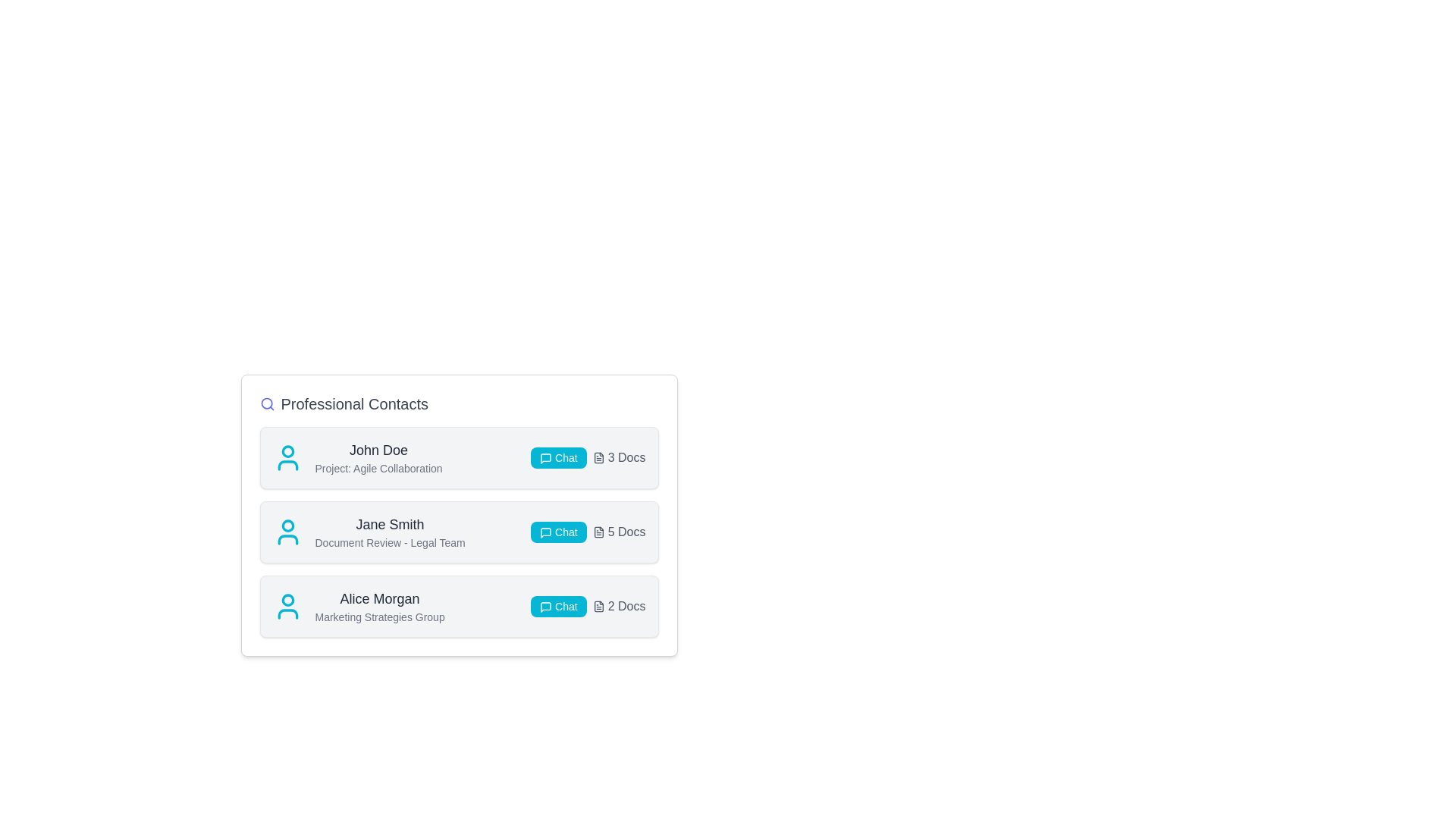 The height and width of the screenshot is (819, 1456). Describe the element at coordinates (557, 532) in the screenshot. I see `the 'Chat' button for the contact Jane Smith` at that location.